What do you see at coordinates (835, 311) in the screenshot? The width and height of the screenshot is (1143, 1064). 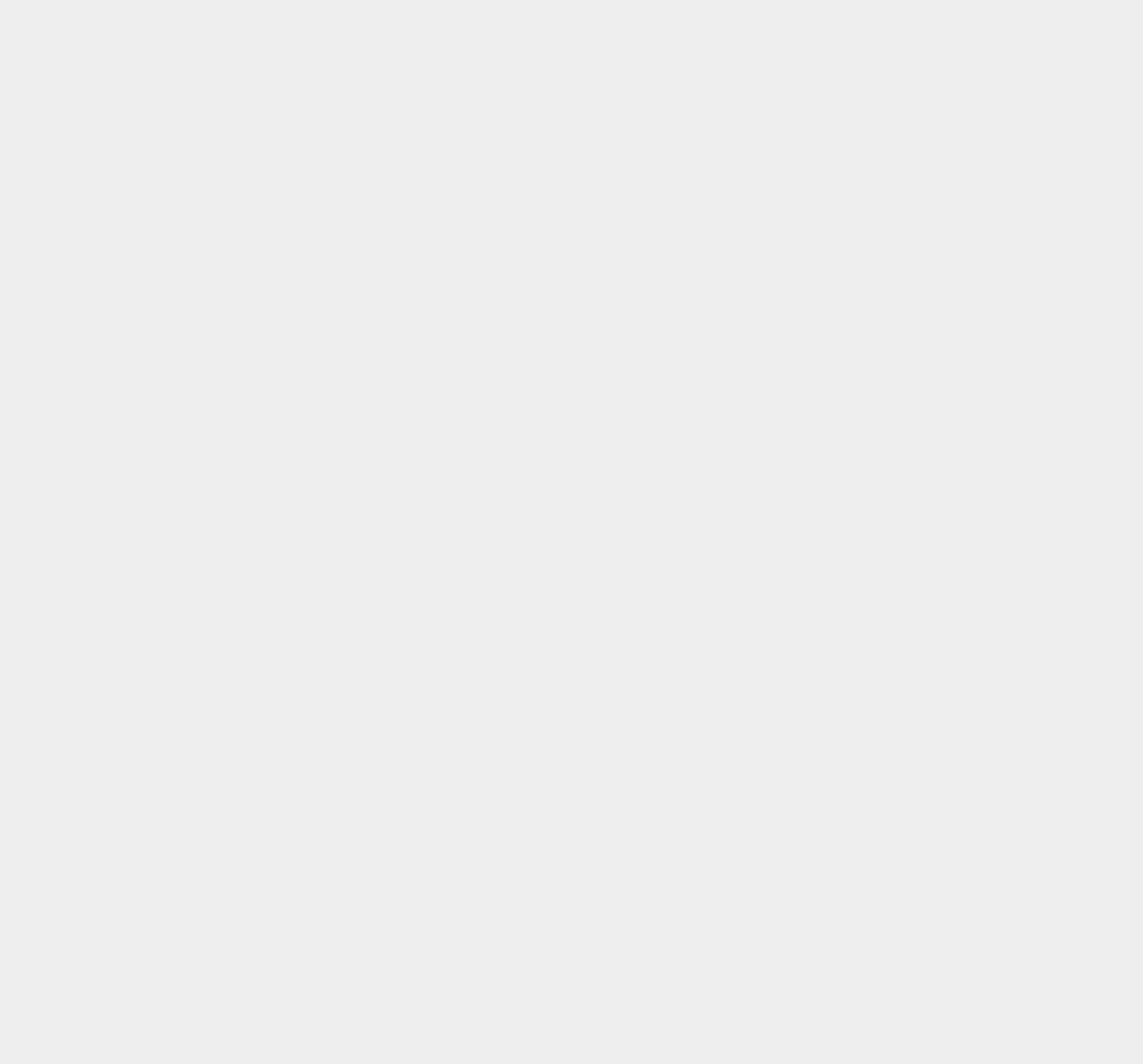 I see `'Speakers'` at bounding box center [835, 311].